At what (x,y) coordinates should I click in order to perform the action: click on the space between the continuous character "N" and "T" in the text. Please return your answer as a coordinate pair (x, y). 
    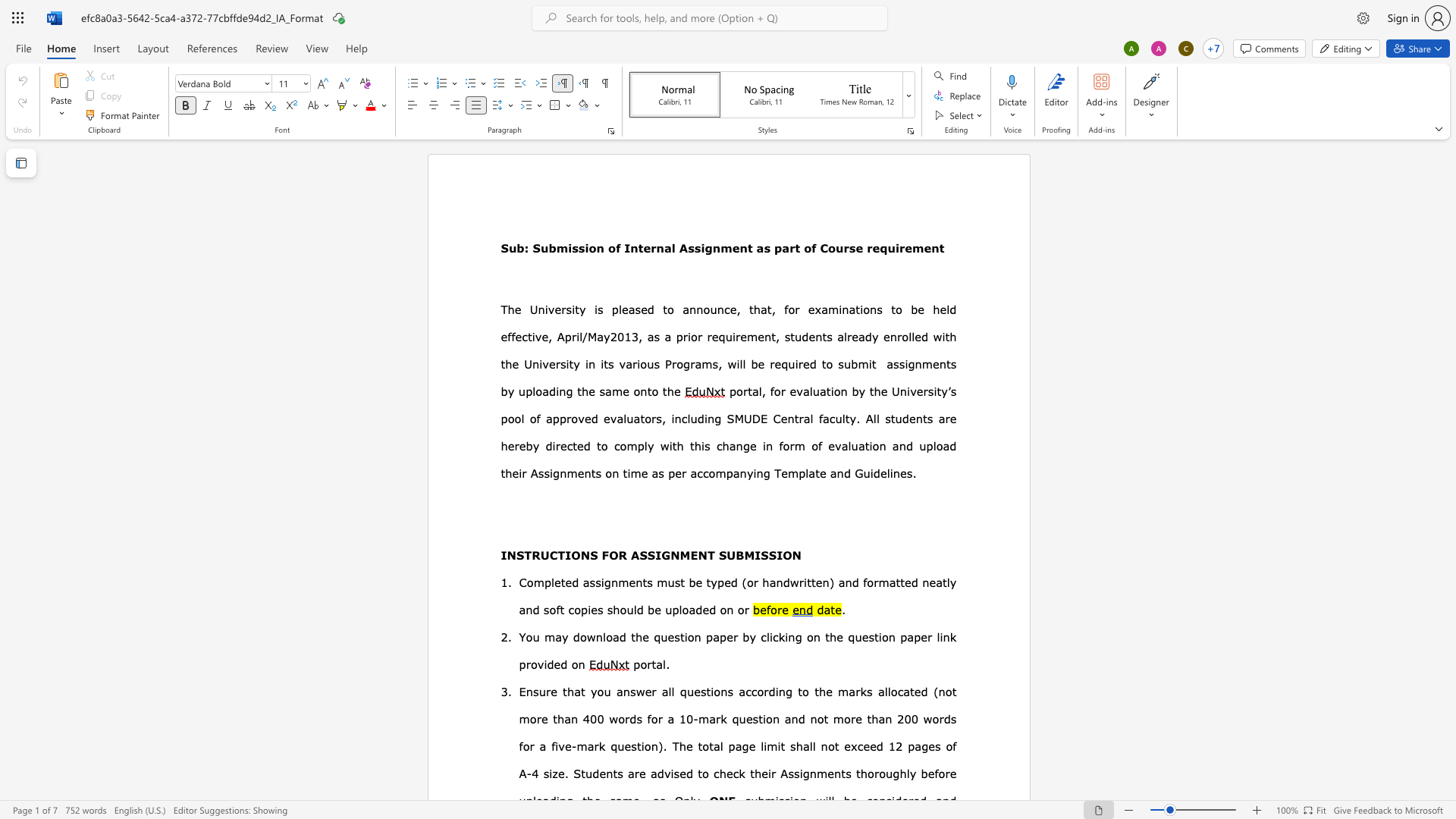
    Looking at the image, I should click on (706, 555).